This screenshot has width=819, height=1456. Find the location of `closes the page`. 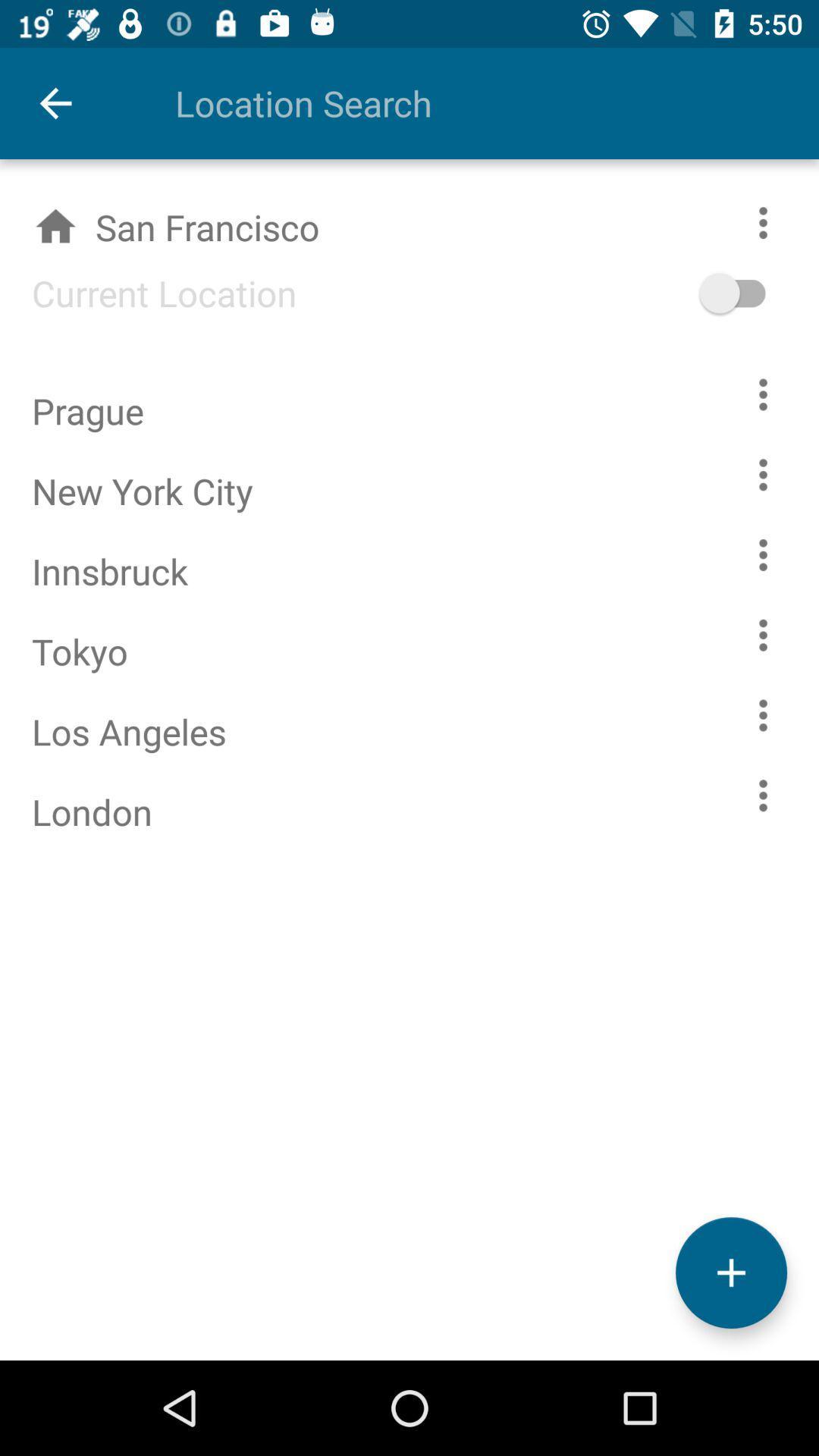

closes the page is located at coordinates (730, 1272).